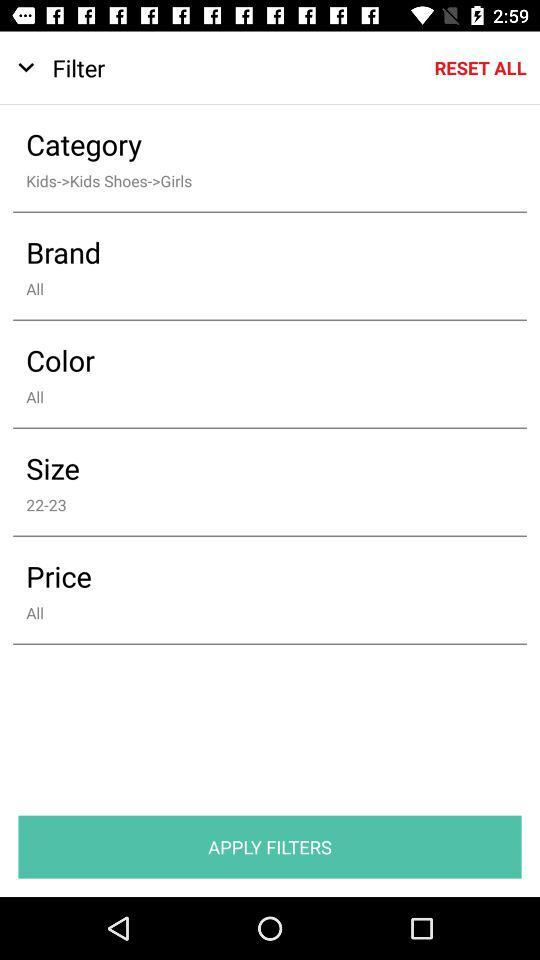  What do you see at coordinates (479, 68) in the screenshot?
I see `reset all icon` at bounding box center [479, 68].